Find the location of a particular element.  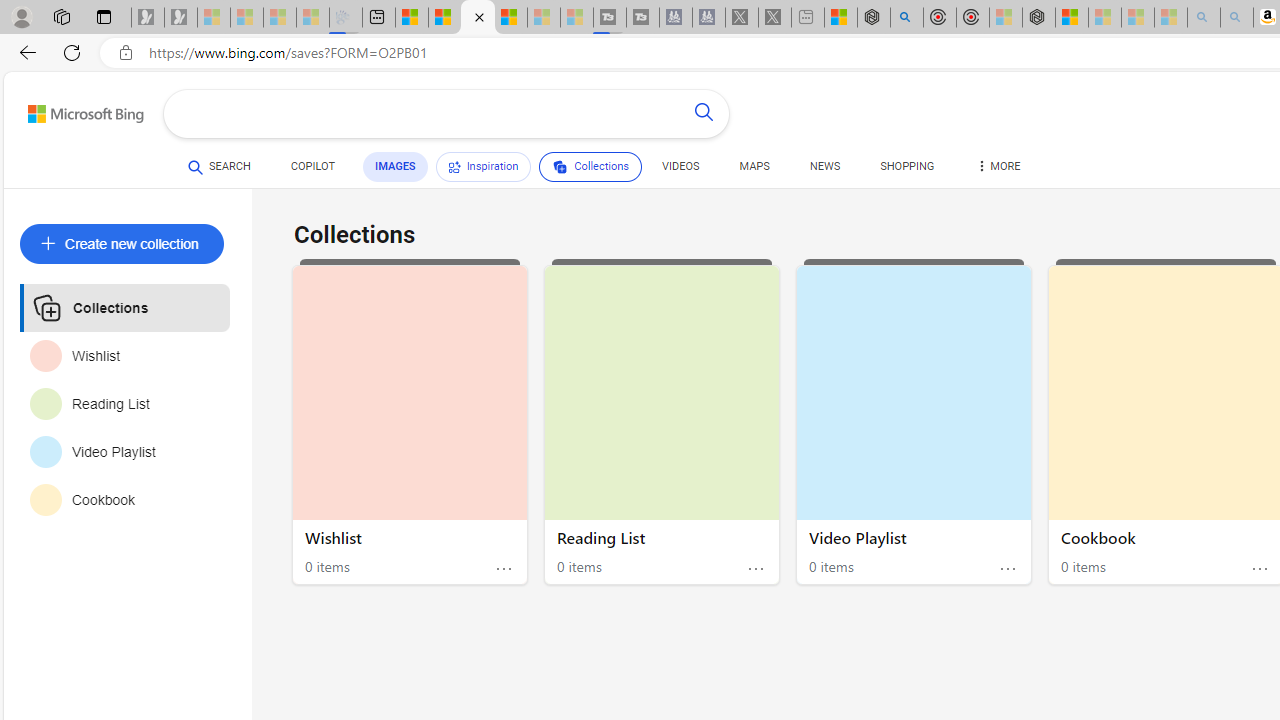

'COPILOT' is located at coordinates (311, 168).